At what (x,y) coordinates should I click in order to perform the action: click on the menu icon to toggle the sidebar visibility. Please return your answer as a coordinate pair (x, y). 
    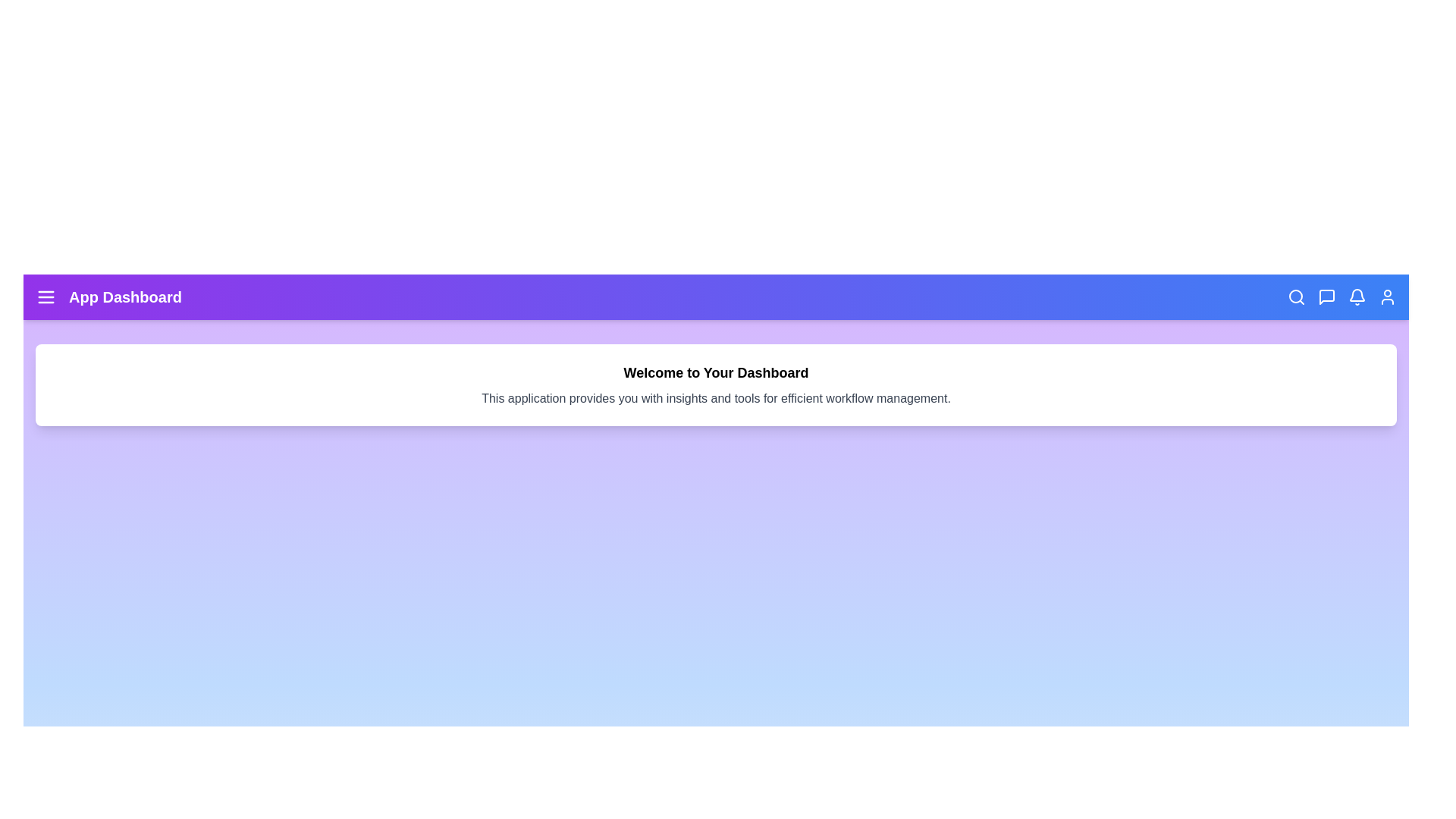
    Looking at the image, I should click on (46, 297).